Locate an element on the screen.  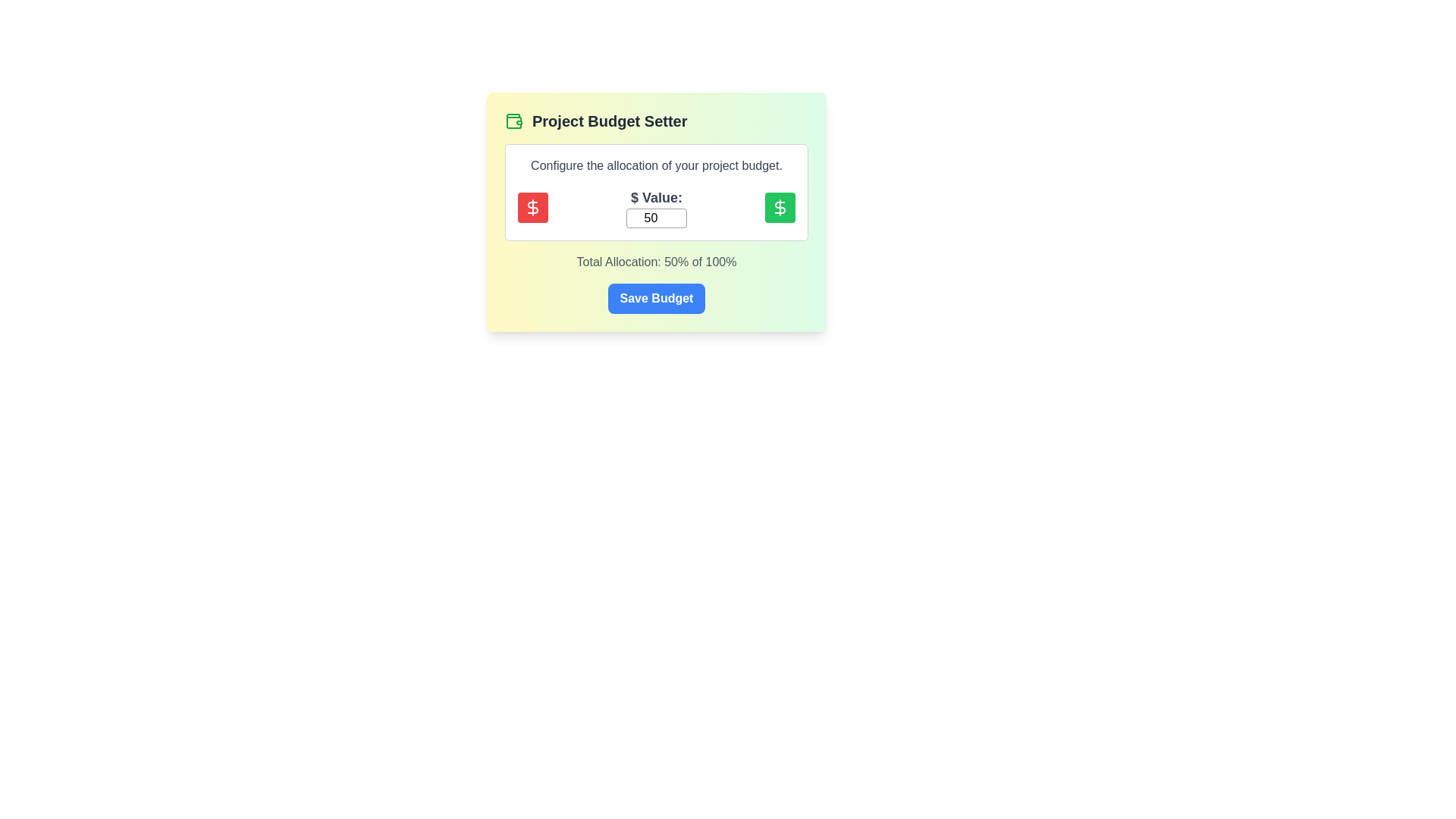
the SVG dollar sign icon with a green background located to the right of the '$ Value:' label and input field in the main budget-setting section is located at coordinates (780, 207).